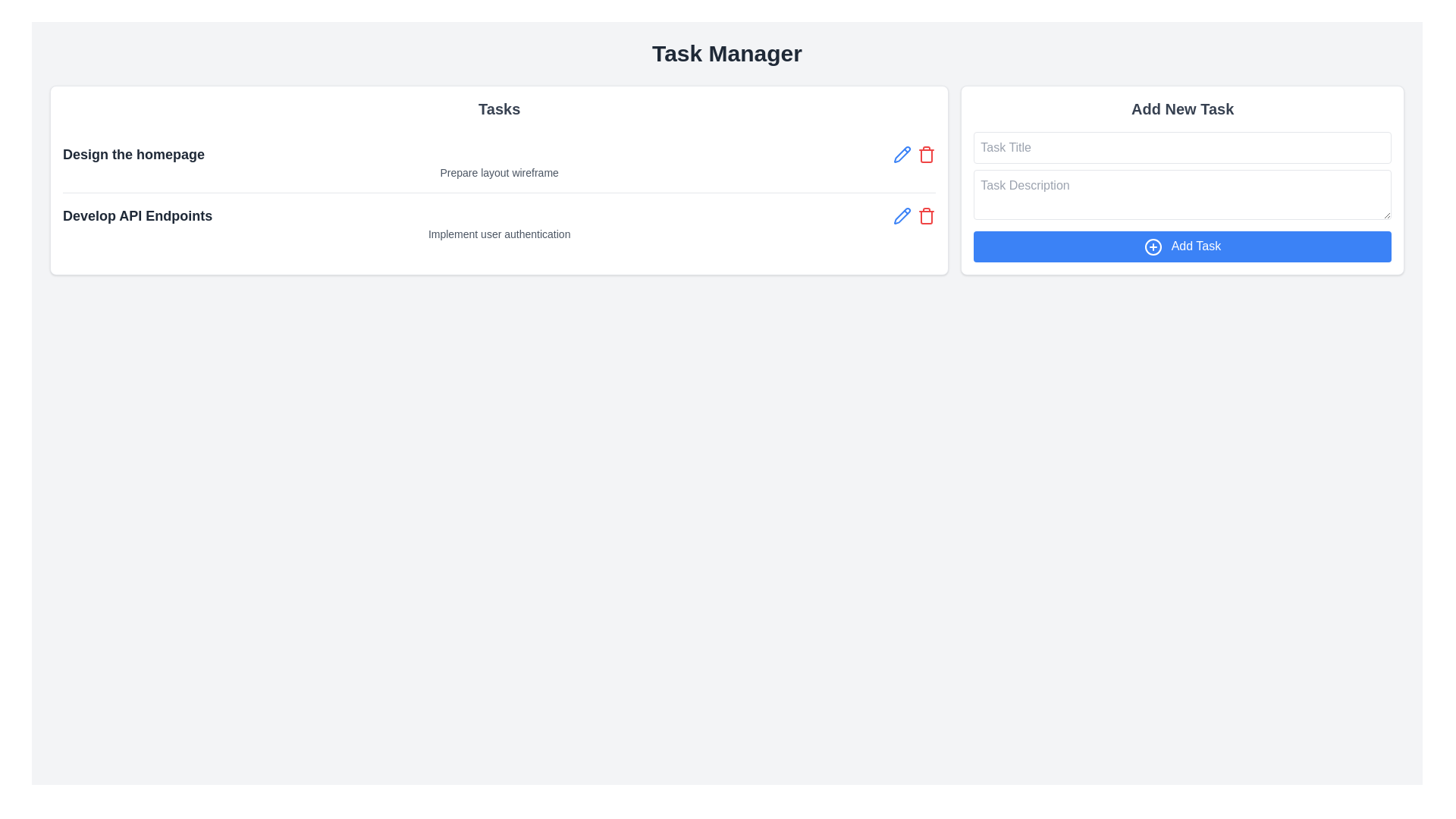 Image resolution: width=1456 pixels, height=819 pixels. I want to click on the edit icon button located to the left of the red trash can icon in the list entry labeled 'Develop API Endpoints', so click(902, 216).